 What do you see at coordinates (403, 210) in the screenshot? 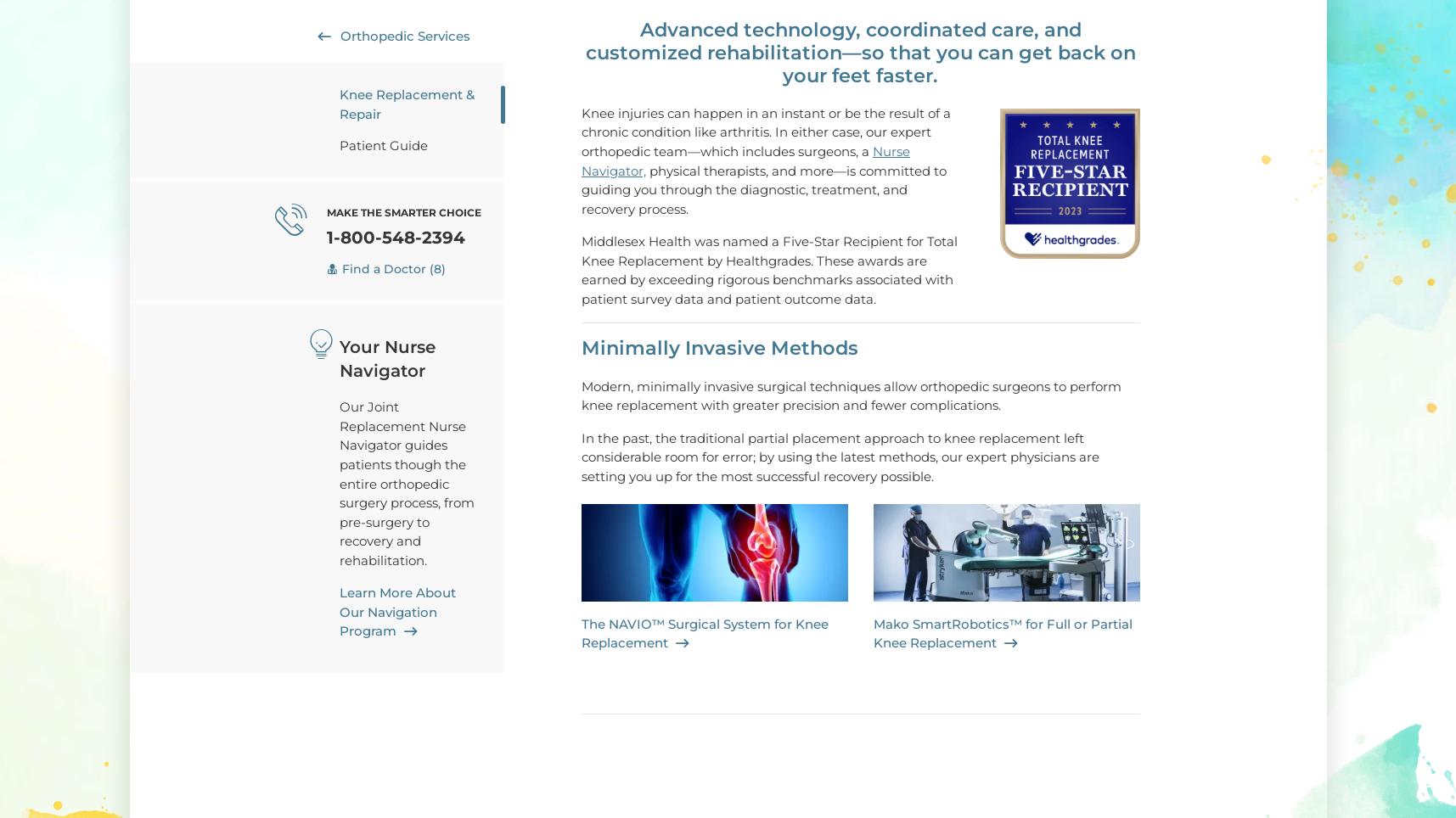
I see `'Make the smarter choice'` at bounding box center [403, 210].